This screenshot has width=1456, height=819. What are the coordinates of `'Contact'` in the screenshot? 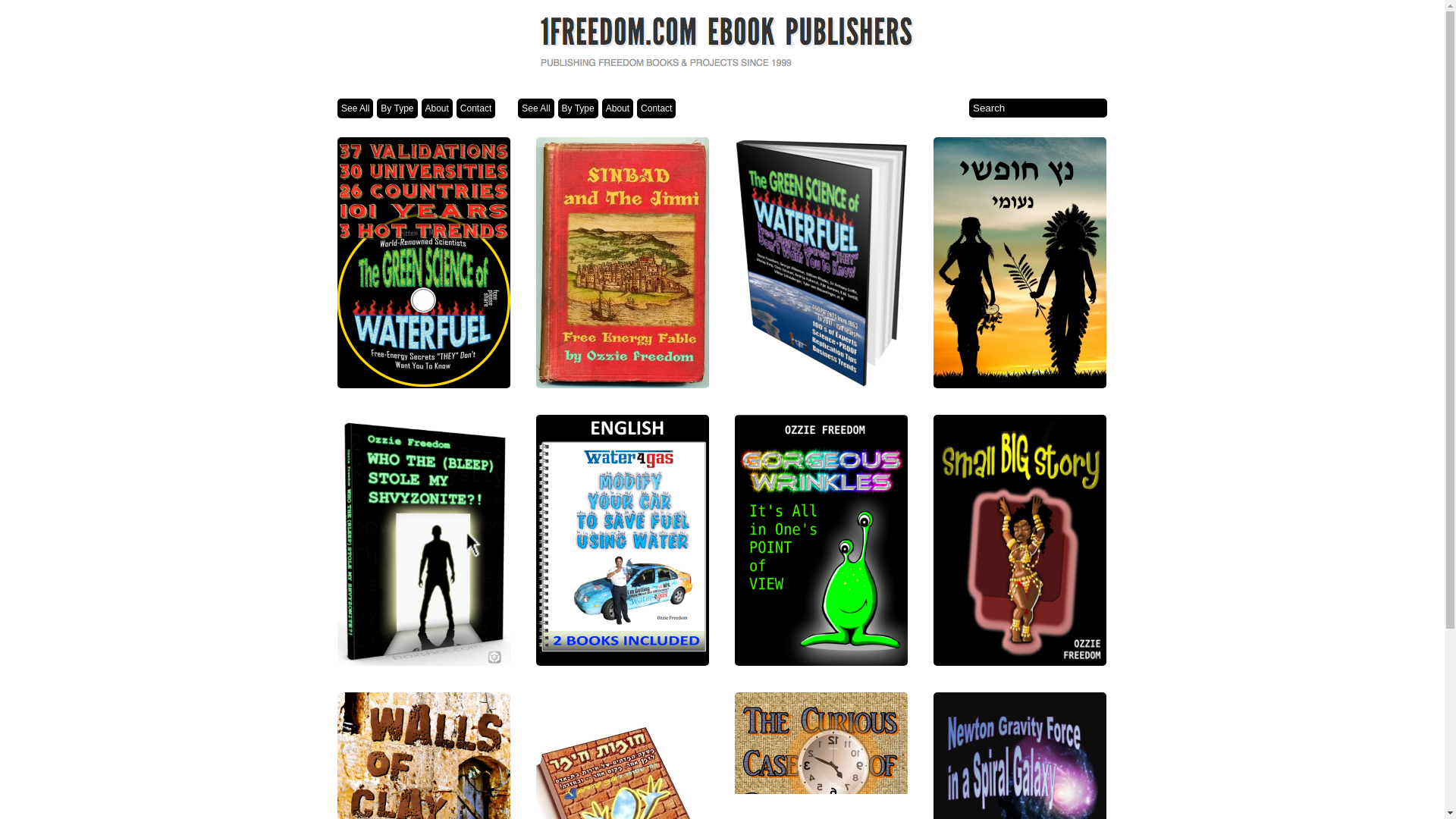 It's located at (455, 107).